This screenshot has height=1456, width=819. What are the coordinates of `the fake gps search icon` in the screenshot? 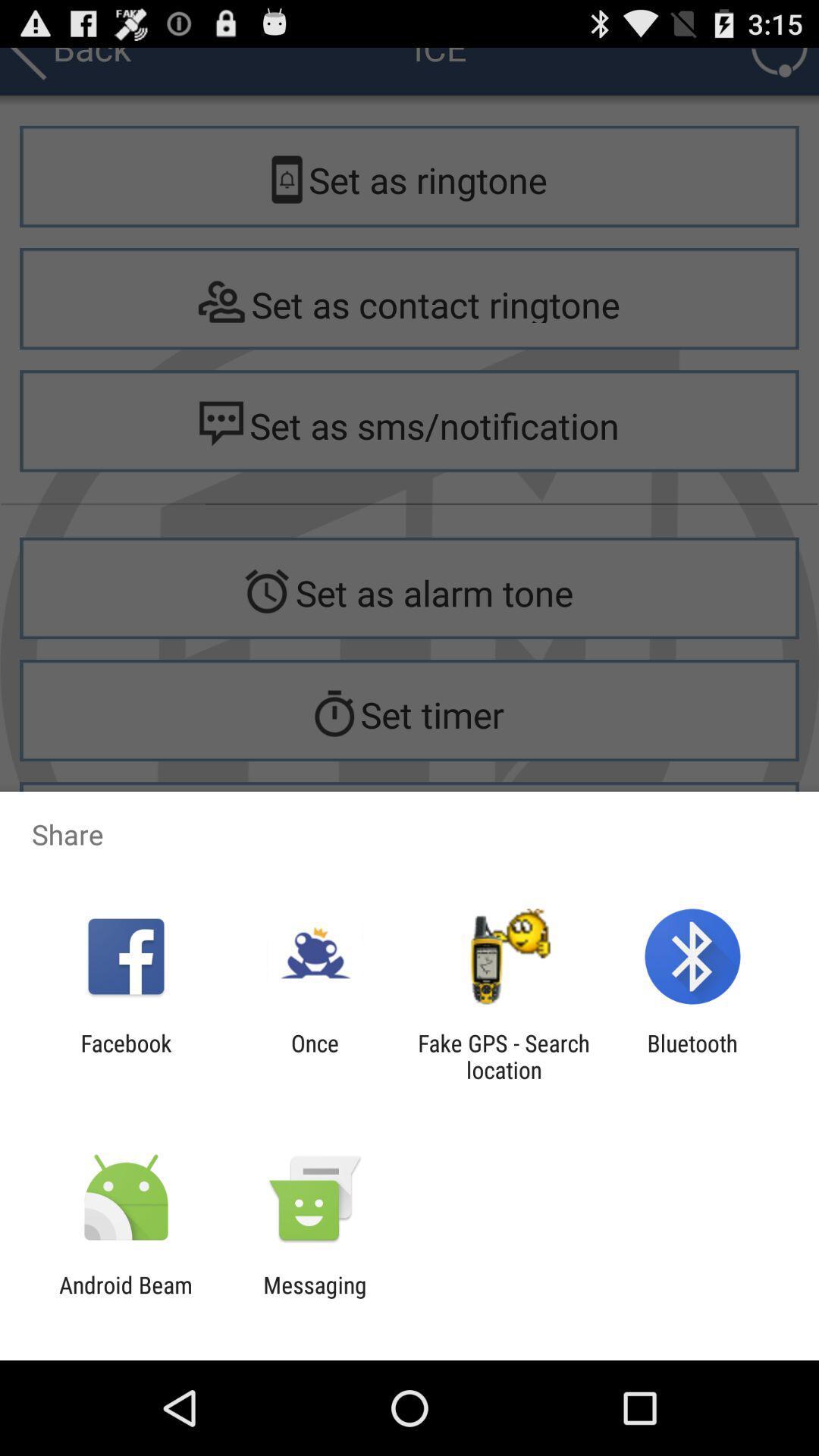 It's located at (504, 1056).